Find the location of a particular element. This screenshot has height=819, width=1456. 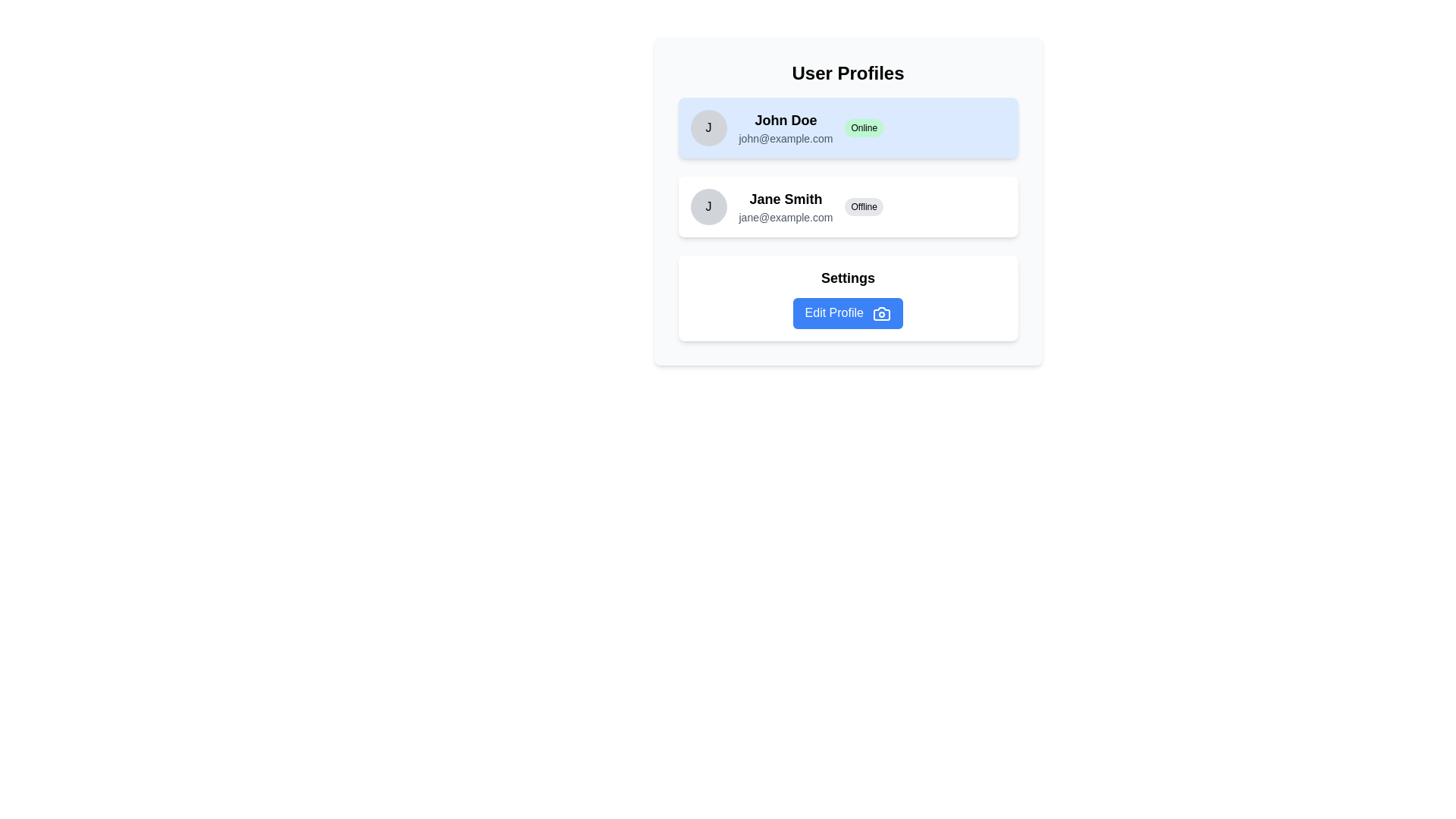

the user profile summary card for 'Jane Smith', which displays the user's name, email, and online status, located below the card for 'John Doe' in the 'User Profiles' section is located at coordinates (847, 207).